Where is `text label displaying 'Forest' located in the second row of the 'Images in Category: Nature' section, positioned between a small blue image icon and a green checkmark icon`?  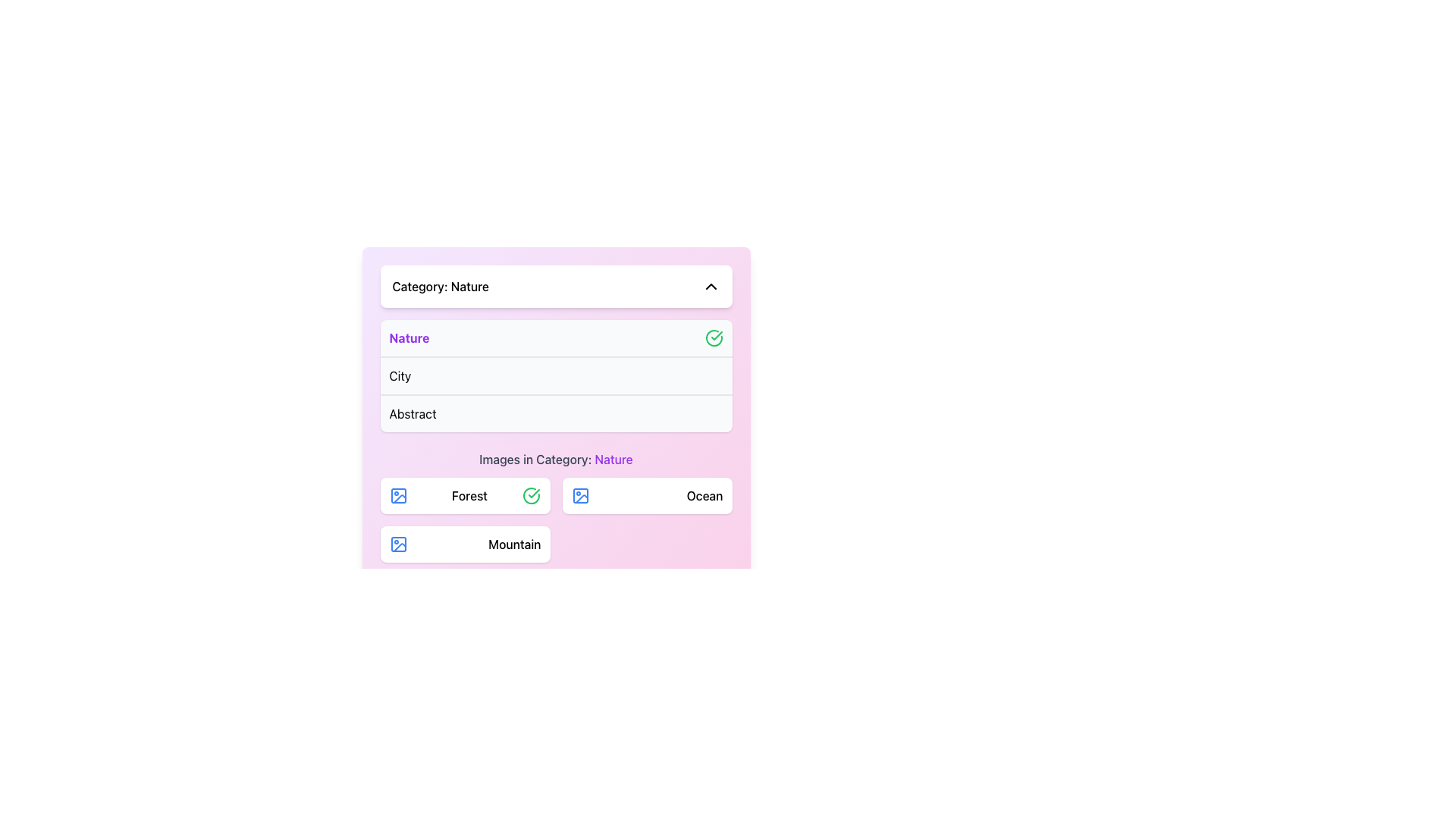
text label displaying 'Forest' located in the second row of the 'Images in Category: Nature' section, positioned between a small blue image icon and a green checkmark icon is located at coordinates (469, 496).